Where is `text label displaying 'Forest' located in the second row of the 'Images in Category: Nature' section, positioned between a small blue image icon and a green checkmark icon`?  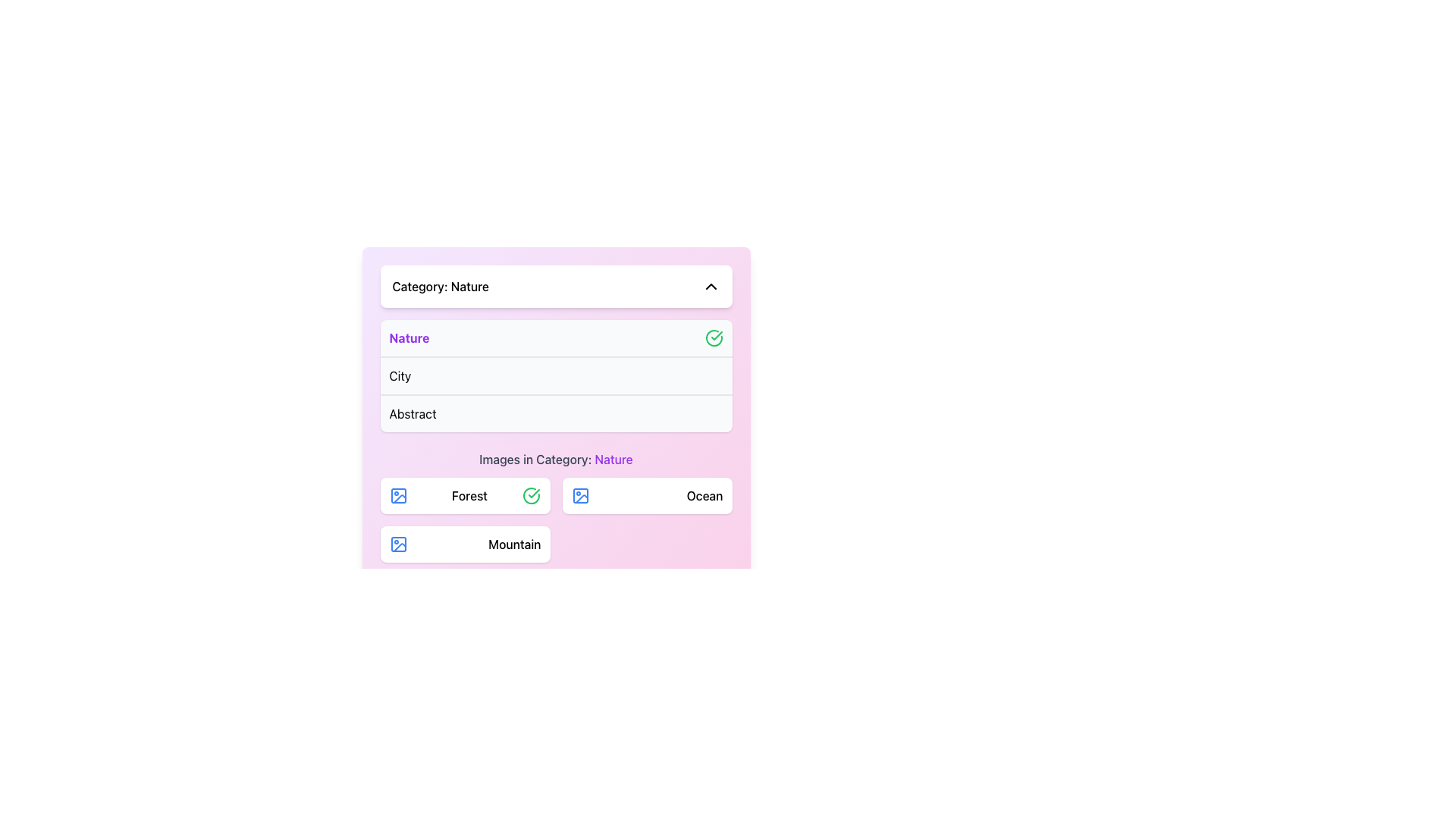
text label displaying 'Forest' located in the second row of the 'Images in Category: Nature' section, positioned between a small blue image icon and a green checkmark icon is located at coordinates (469, 496).